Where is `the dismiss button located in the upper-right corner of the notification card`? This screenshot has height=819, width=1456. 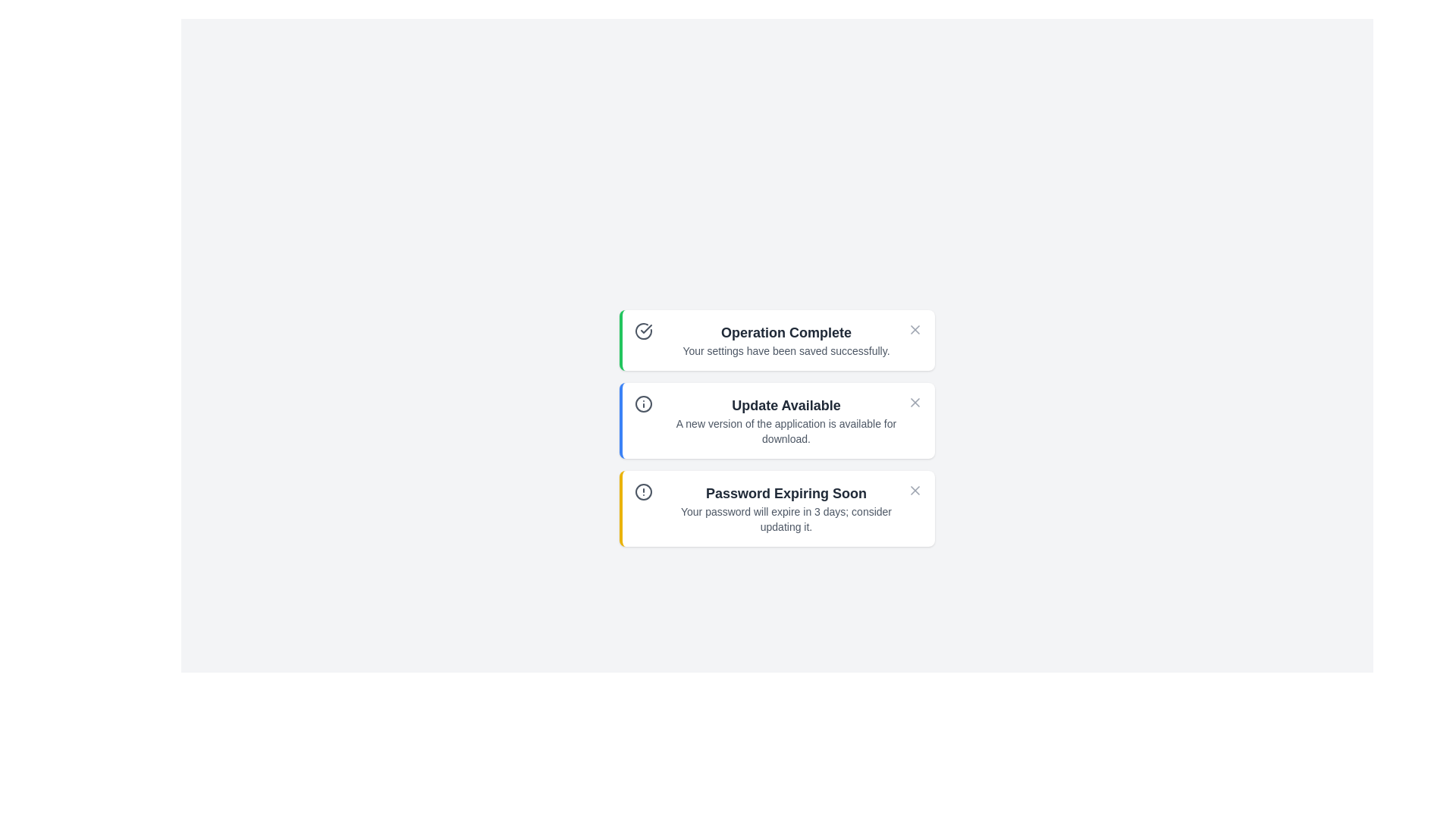
the dismiss button located in the upper-right corner of the notification card is located at coordinates (914, 329).